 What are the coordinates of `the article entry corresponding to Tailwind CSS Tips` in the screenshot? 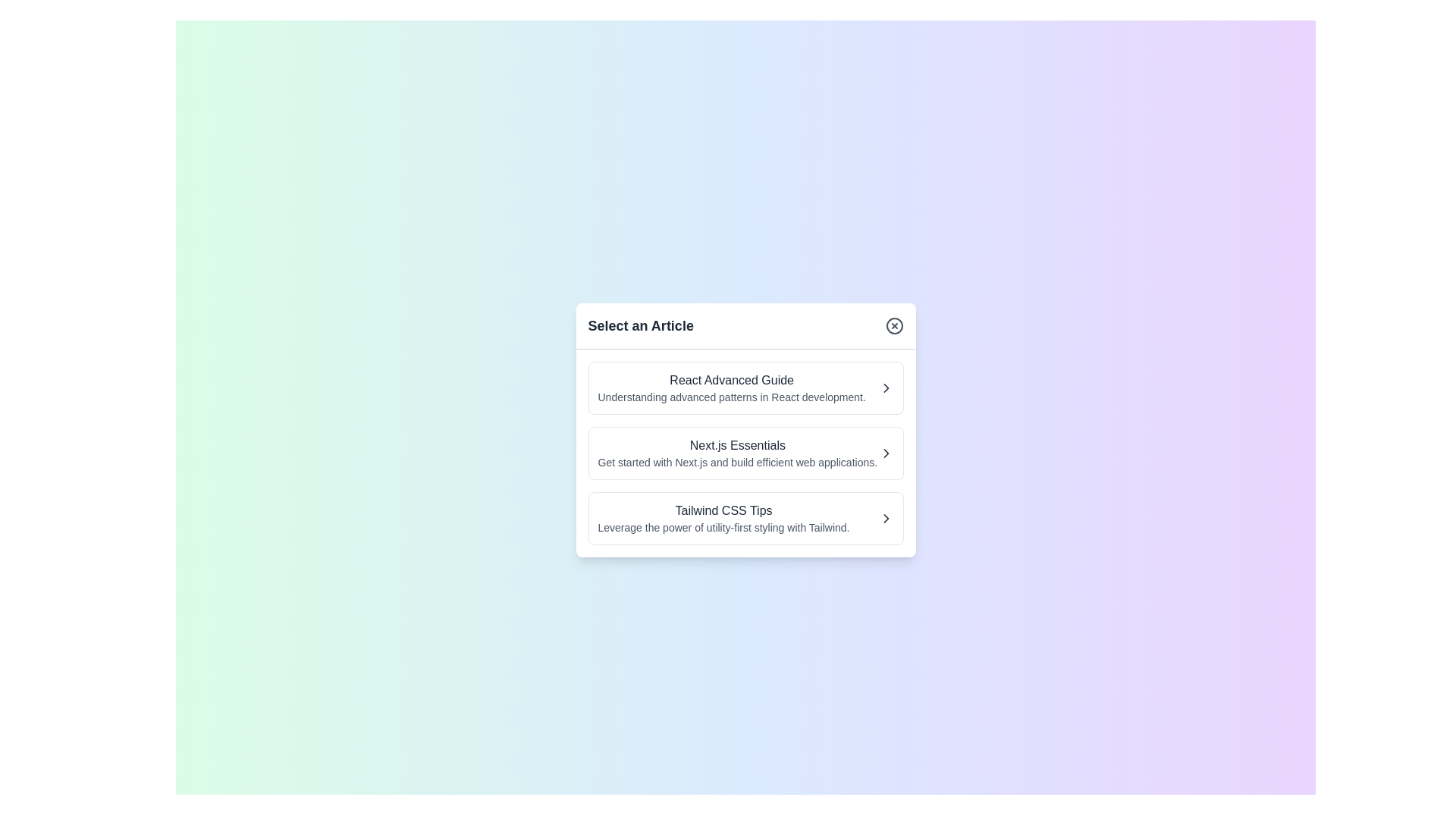 It's located at (745, 517).